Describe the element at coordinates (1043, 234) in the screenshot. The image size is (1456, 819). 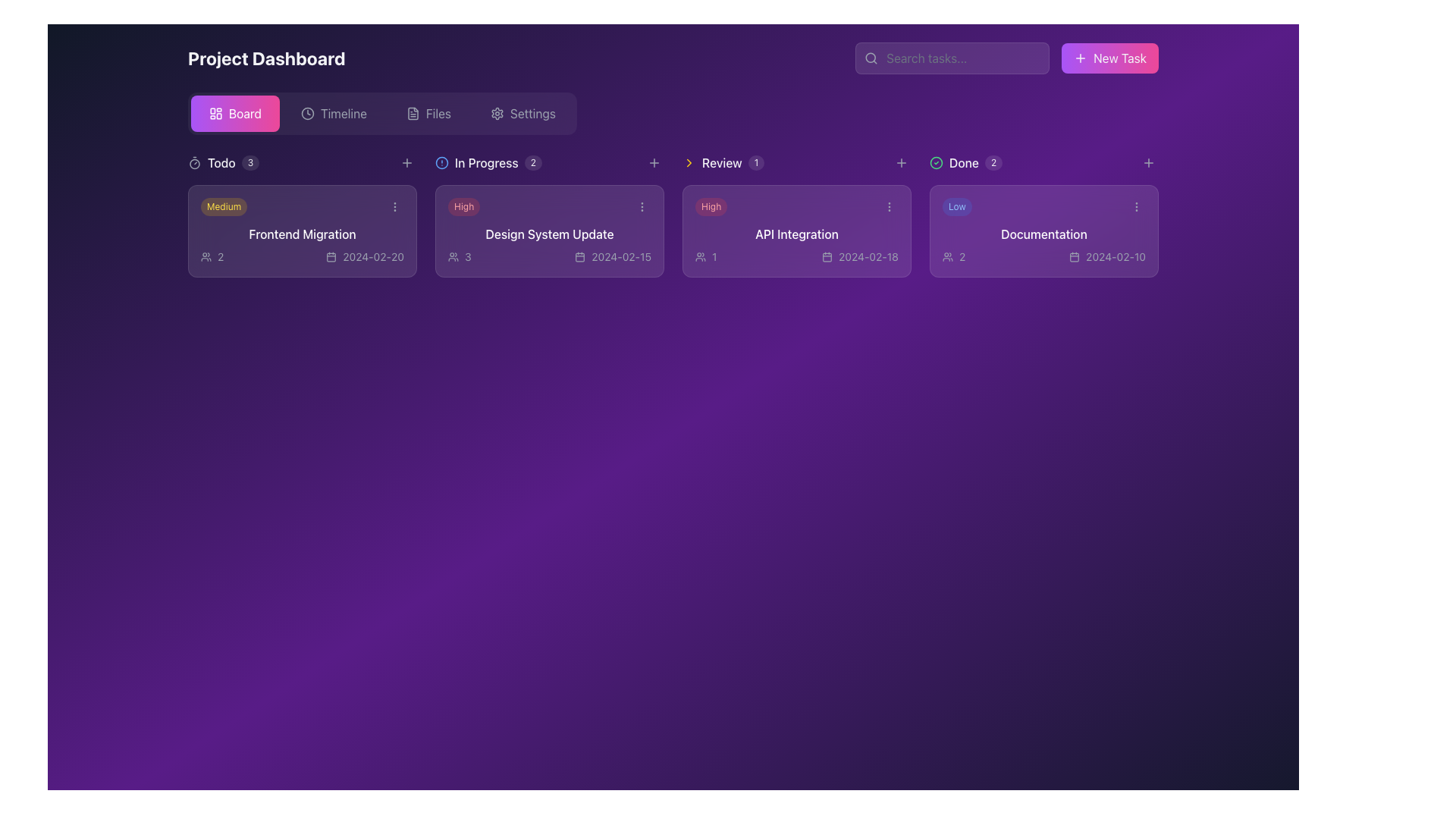
I see `the static text label in the 'Done' section of the task card titled 'Low Documentation 22024-02-10', which is positioned below the 'Low' label and above the information text '2 2024-02-10'` at that location.